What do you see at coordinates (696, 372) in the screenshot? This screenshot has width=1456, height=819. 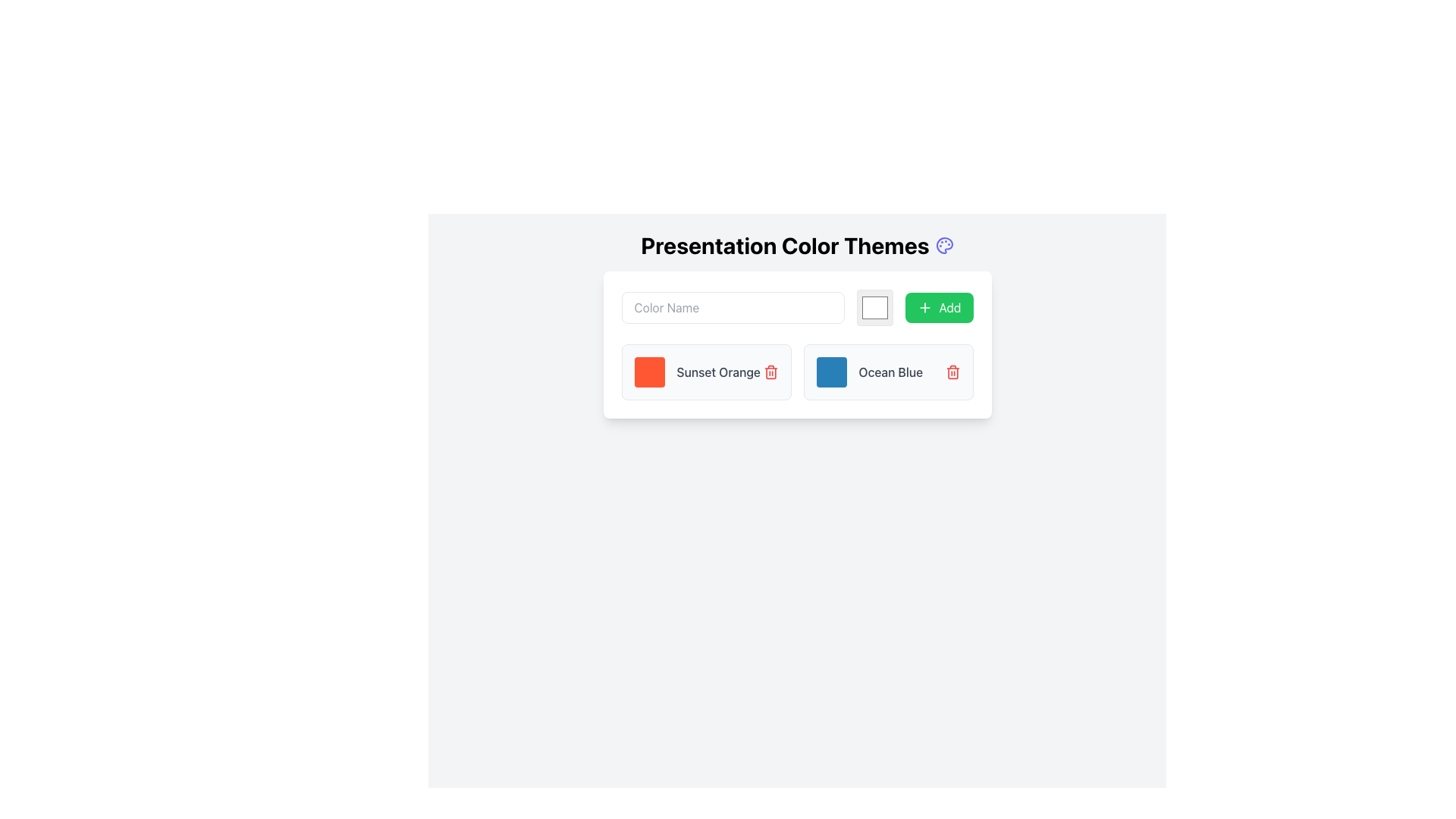 I see `the text 'Sunset Orange' next to the orange colored square in the 'Presentation Color Themes' section` at bounding box center [696, 372].